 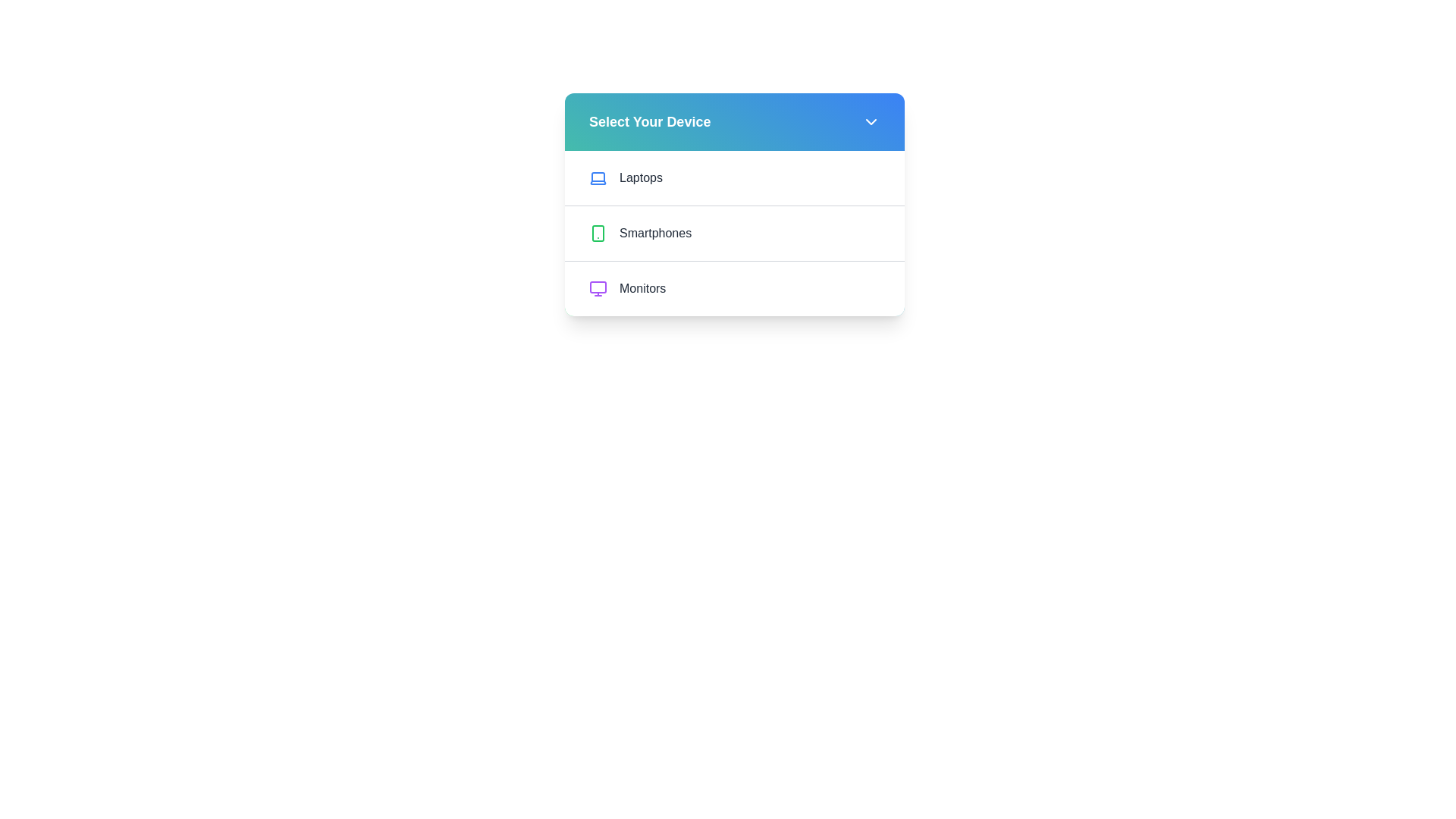 I want to click on the device option Monitors from the dropdown menu, so click(x=735, y=288).